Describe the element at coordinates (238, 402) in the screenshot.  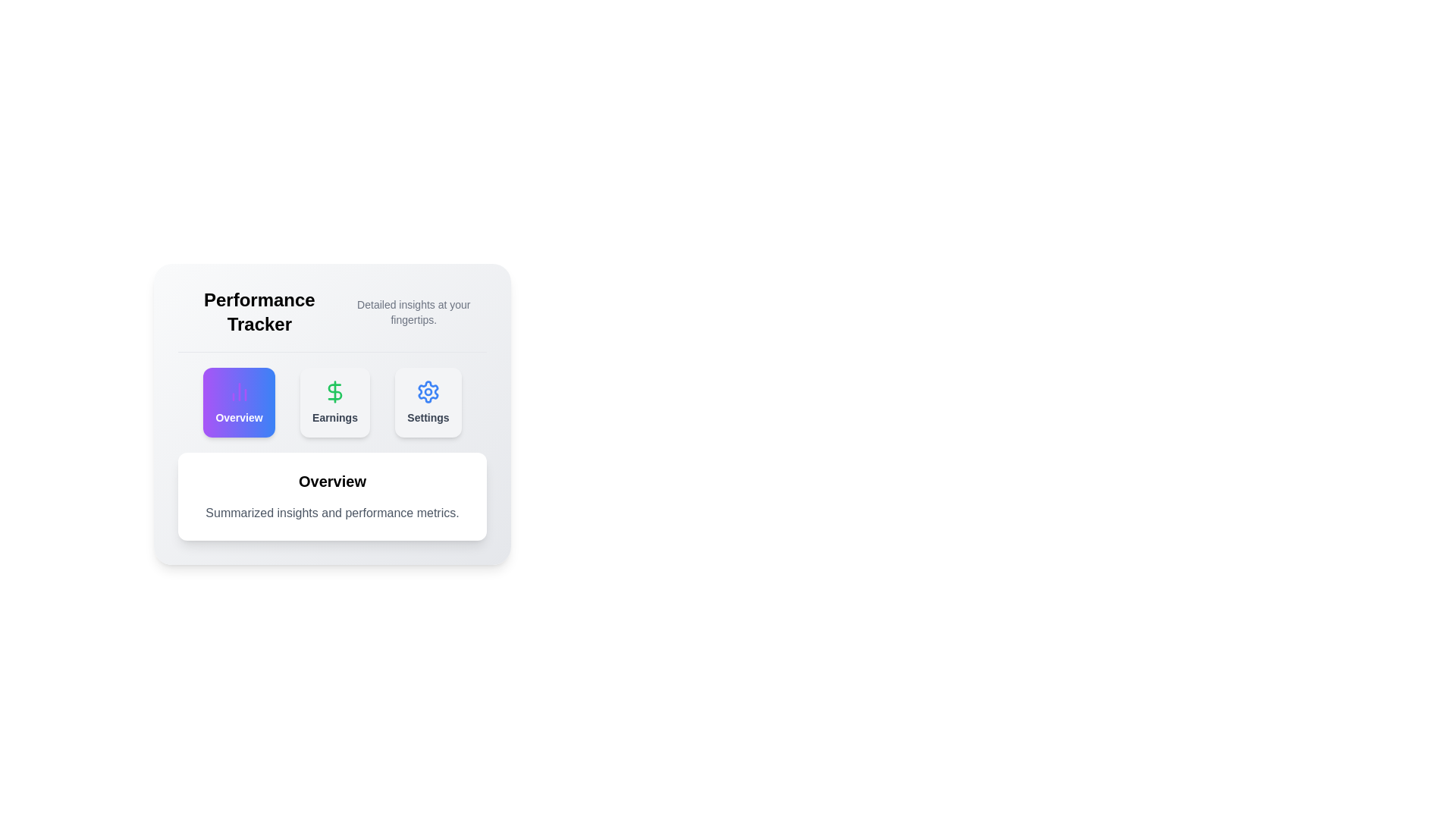
I see `the Overview tab` at that location.